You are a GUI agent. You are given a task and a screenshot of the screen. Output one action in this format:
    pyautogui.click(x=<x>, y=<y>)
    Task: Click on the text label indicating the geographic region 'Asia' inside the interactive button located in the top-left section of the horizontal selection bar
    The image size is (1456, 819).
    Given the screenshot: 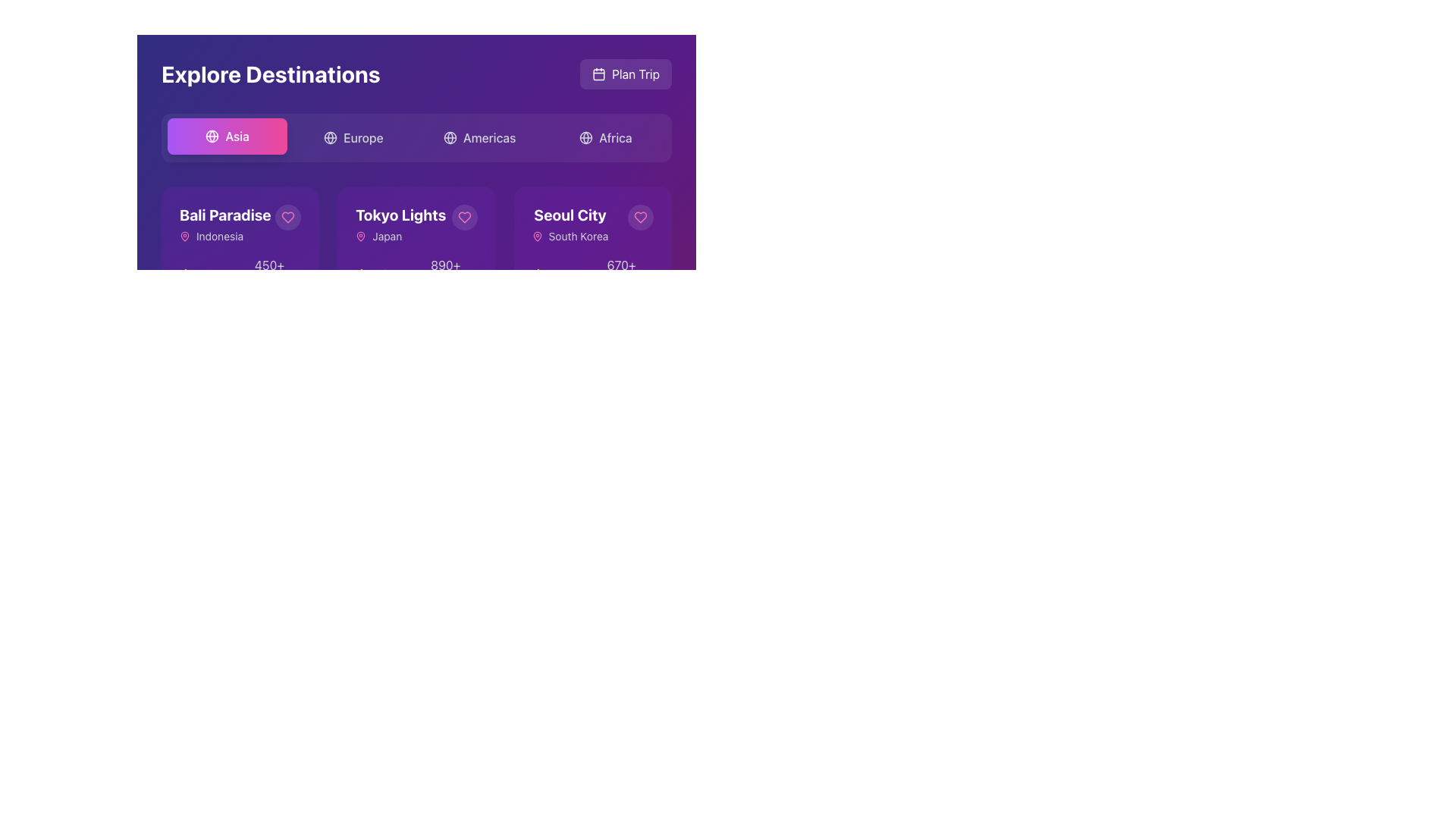 What is the action you would take?
    pyautogui.click(x=237, y=136)
    